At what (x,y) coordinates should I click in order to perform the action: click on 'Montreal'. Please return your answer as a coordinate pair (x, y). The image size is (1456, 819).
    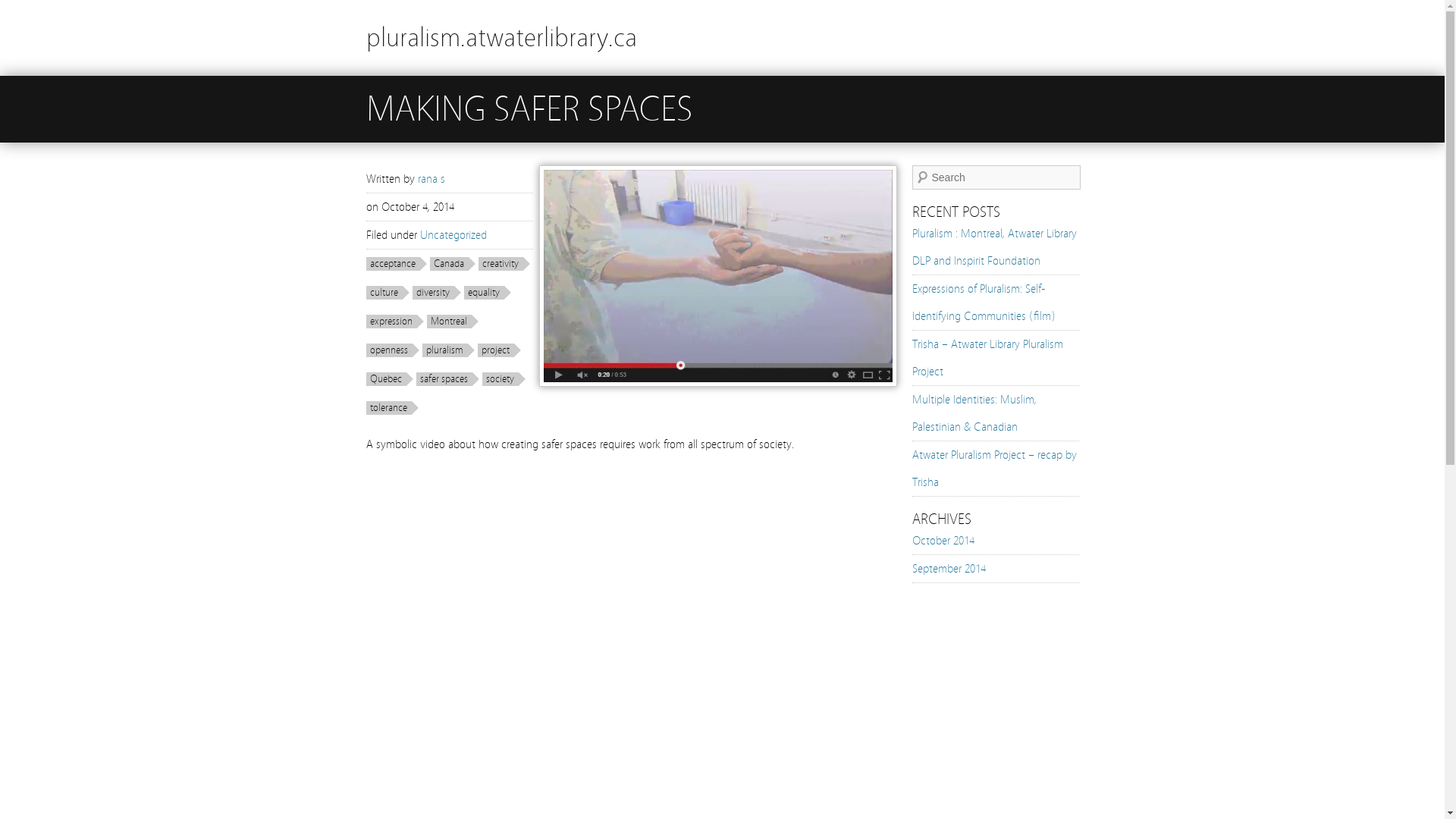
    Looking at the image, I should click on (450, 321).